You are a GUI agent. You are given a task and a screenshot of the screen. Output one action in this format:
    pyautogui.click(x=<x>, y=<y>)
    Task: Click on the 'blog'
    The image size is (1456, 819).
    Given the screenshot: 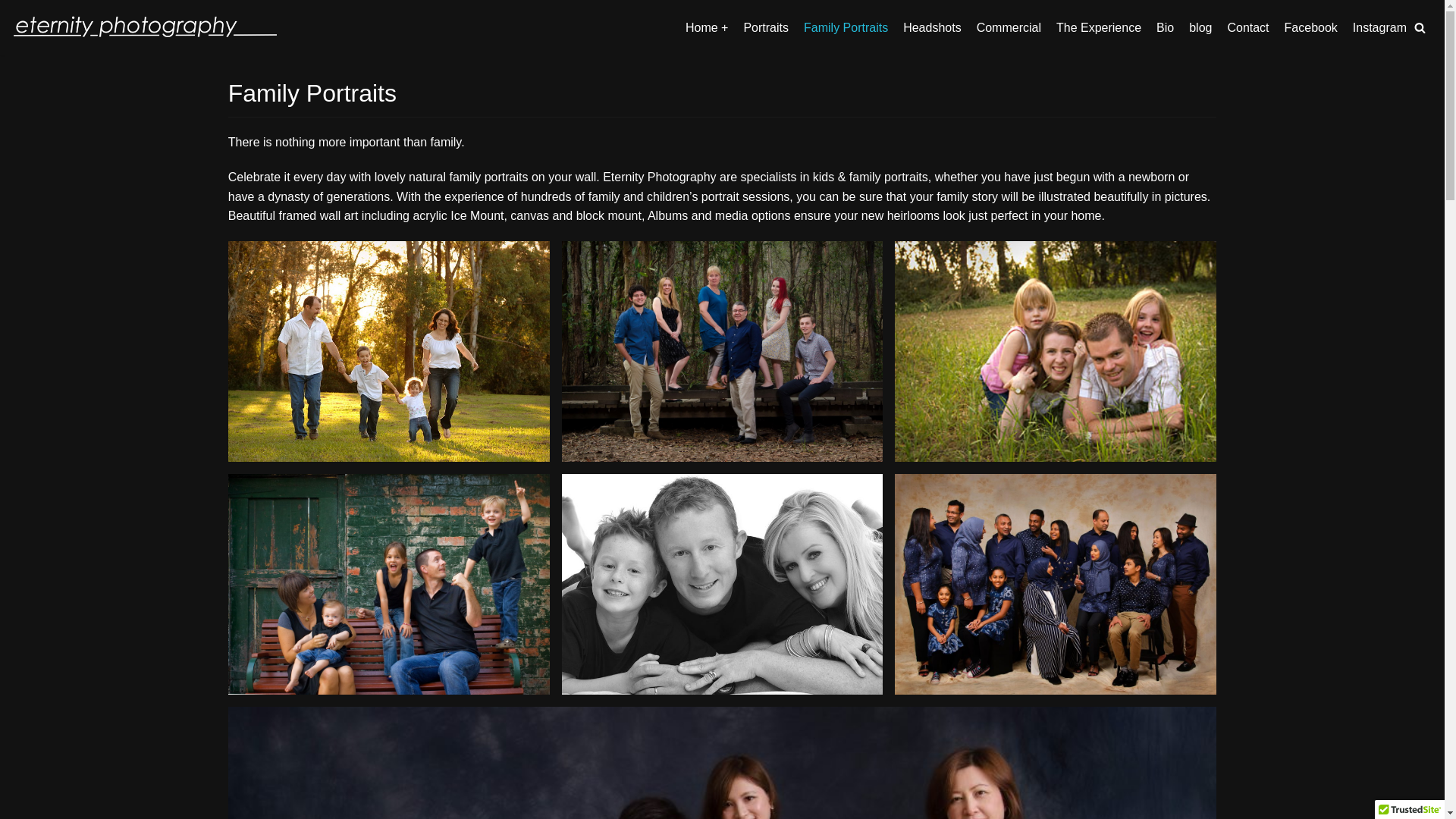 What is the action you would take?
    pyautogui.click(x=1200, y=28)
    